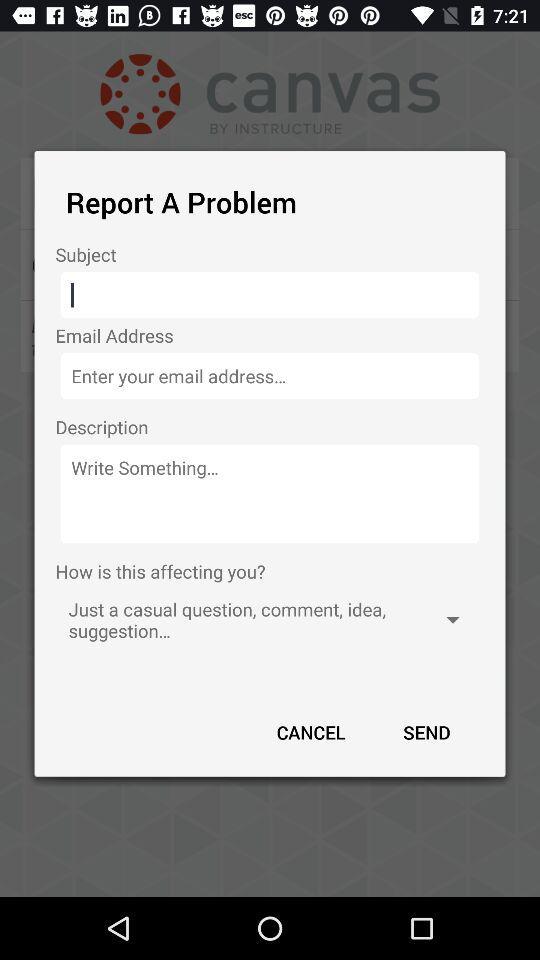 This screenshot has height=960, width=540. I want to click on the cancel, so click(311, 731).